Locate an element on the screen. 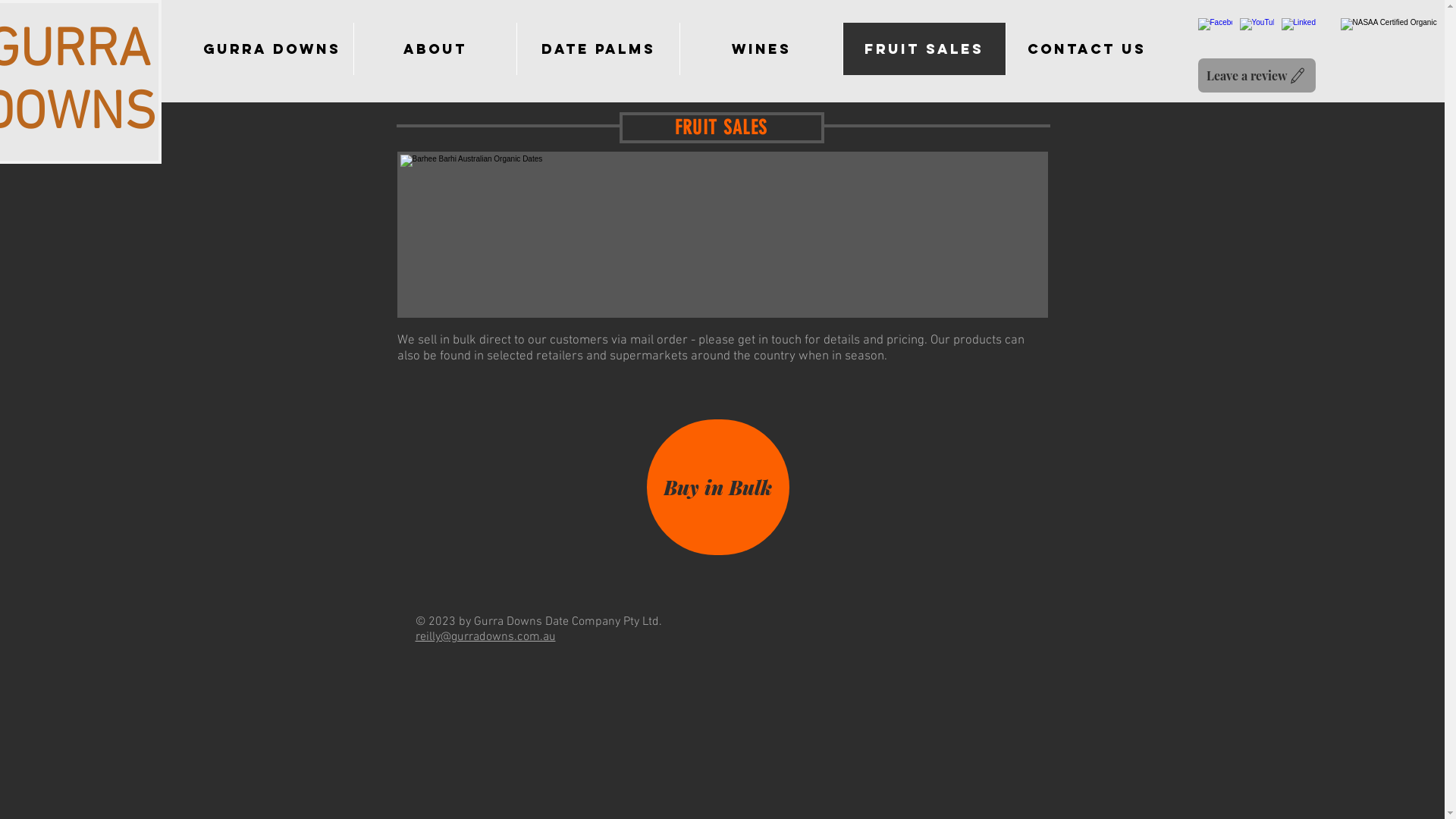 This screenshot has width=1456, height=819. 'Buy in Bulk' is located at coordinates (716, 487).